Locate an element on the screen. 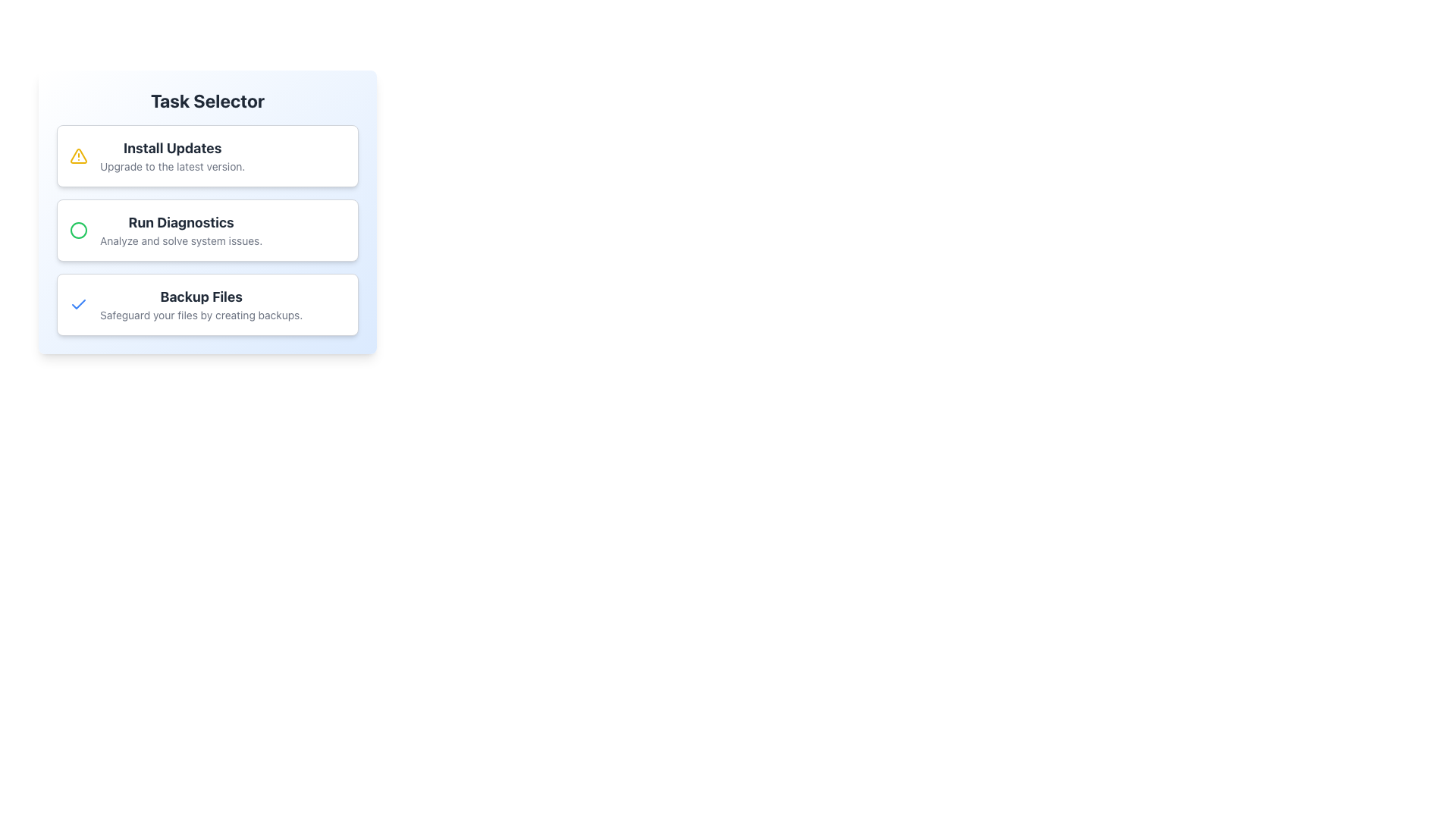 This screenshot has width=1456, height=819. bold, large text 'Backup Files' located in the third selectable task option of the vertical list is located at coordinates (200, 297).